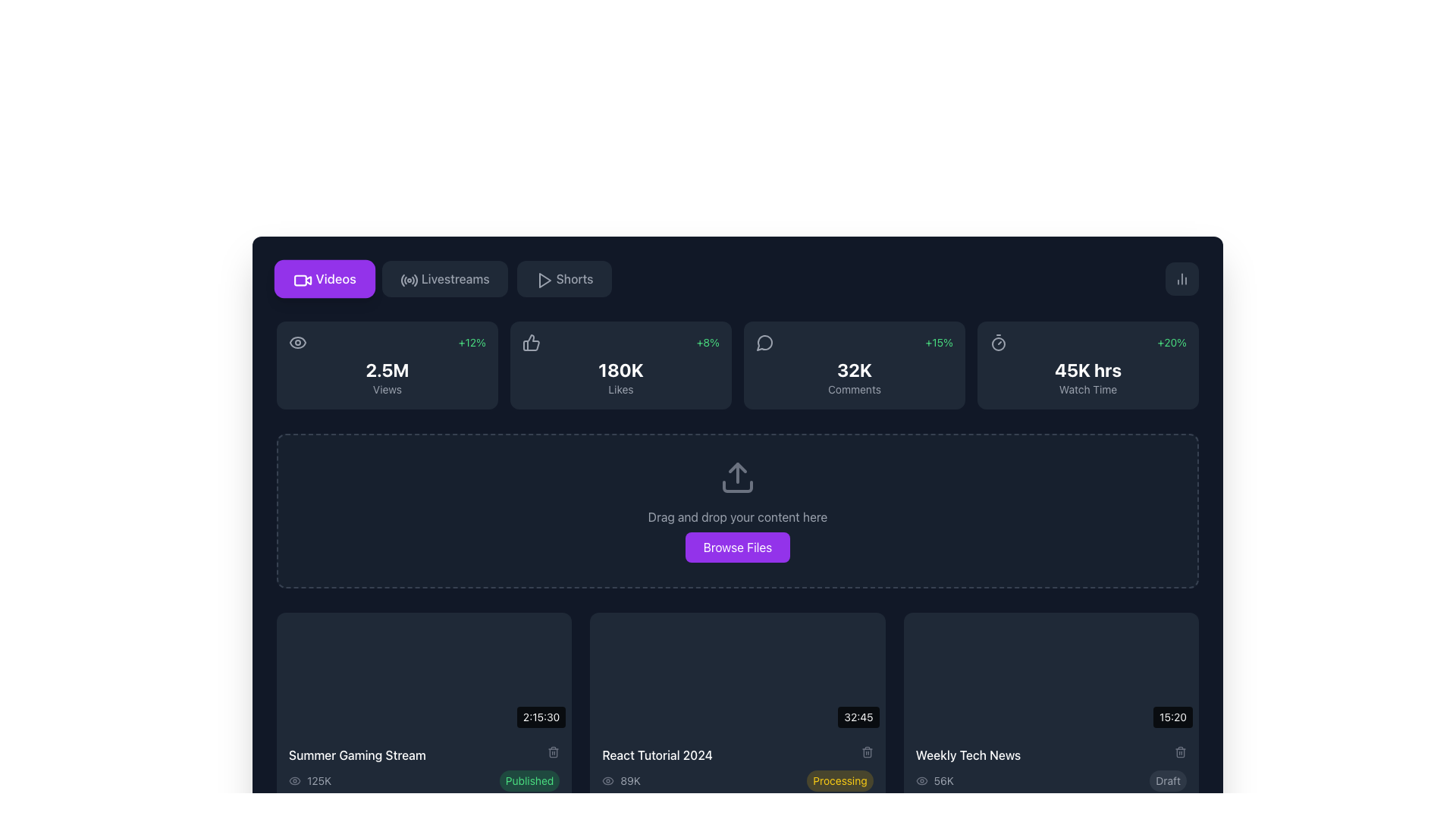 Image resolution: width=1456 pixels, height=819 pixels. What do you see at coordinates (541, 717) in the screenshot?
I see `the text label indicating the duration of the associated content, located at the bottom-right corner of the card in the grid layout` at bounding box center [541, 717].